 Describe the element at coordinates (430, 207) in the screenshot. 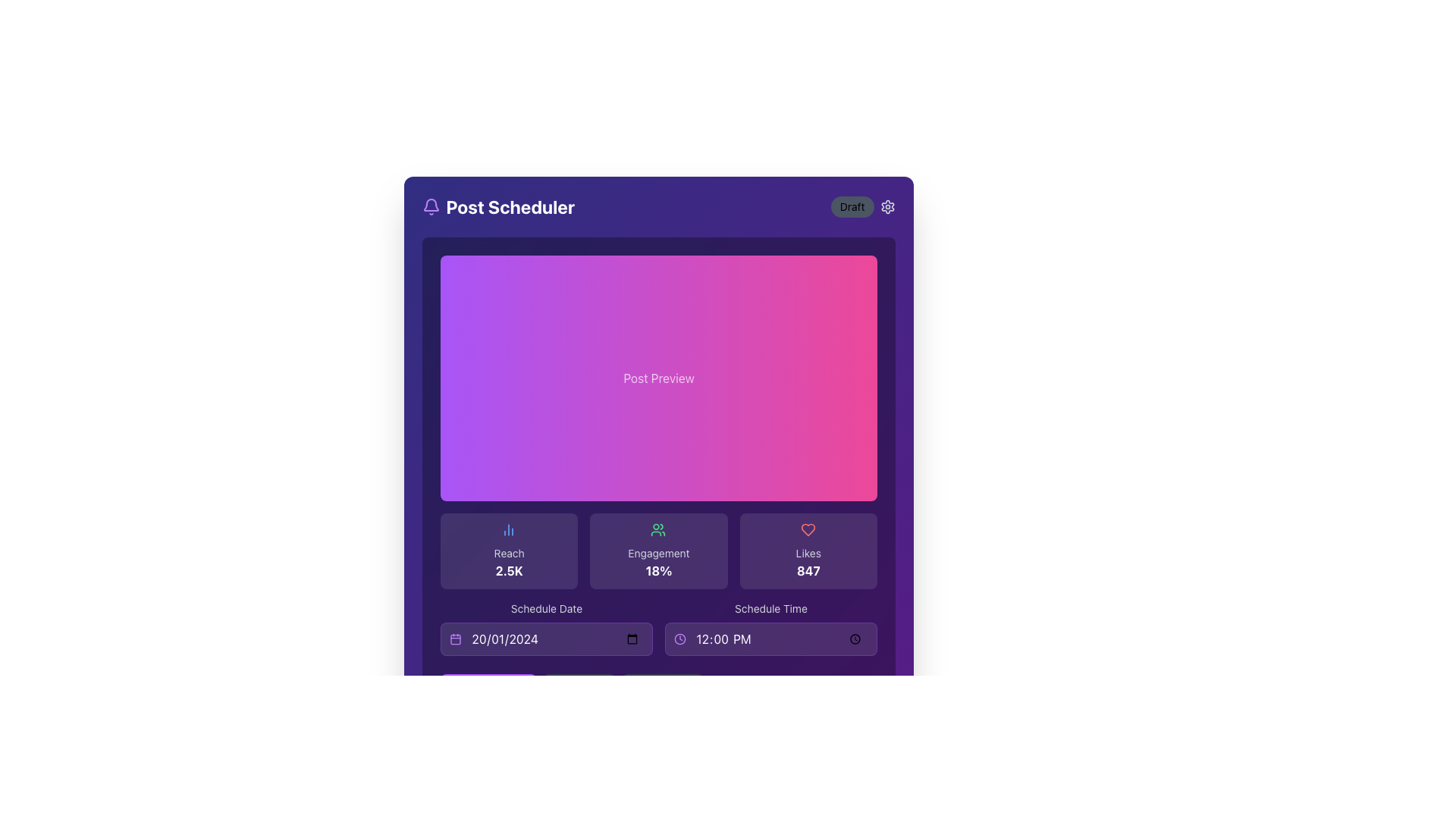

I see `the notification bell icon located to the immediate left of the 'Post Scheduler' text` at that location.